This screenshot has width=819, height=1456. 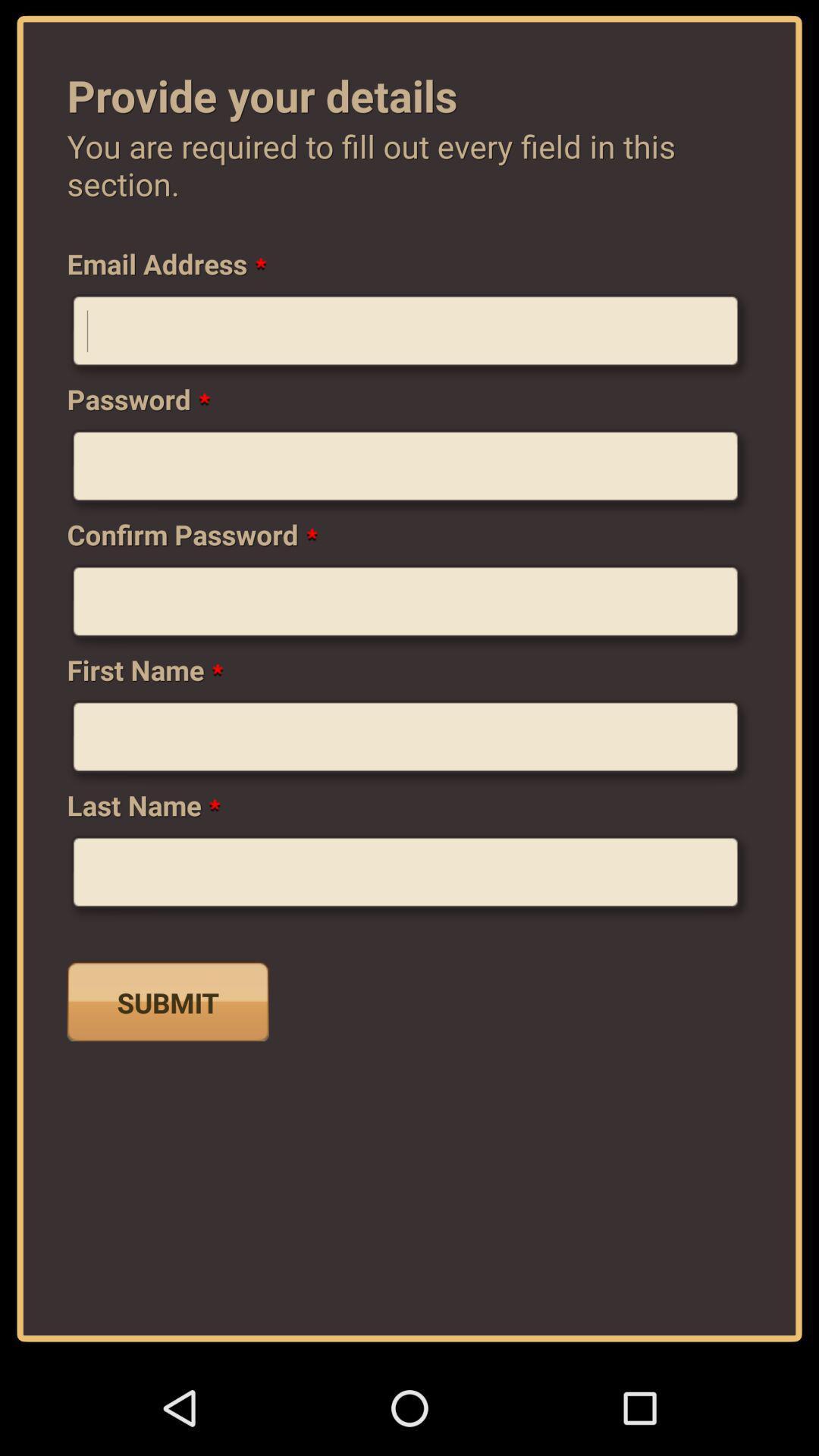 I want to click on password confirmation text box, so click(x=409, y=607).